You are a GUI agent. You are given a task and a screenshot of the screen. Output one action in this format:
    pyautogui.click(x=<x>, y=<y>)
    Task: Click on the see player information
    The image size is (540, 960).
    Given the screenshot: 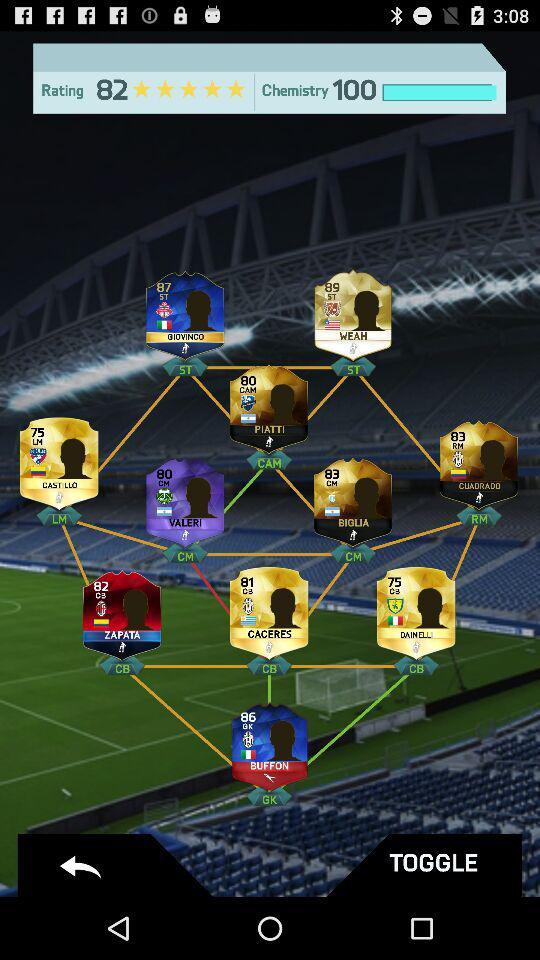 What is the action you would take?
    pyautogui.click(x=269, y=608)
    